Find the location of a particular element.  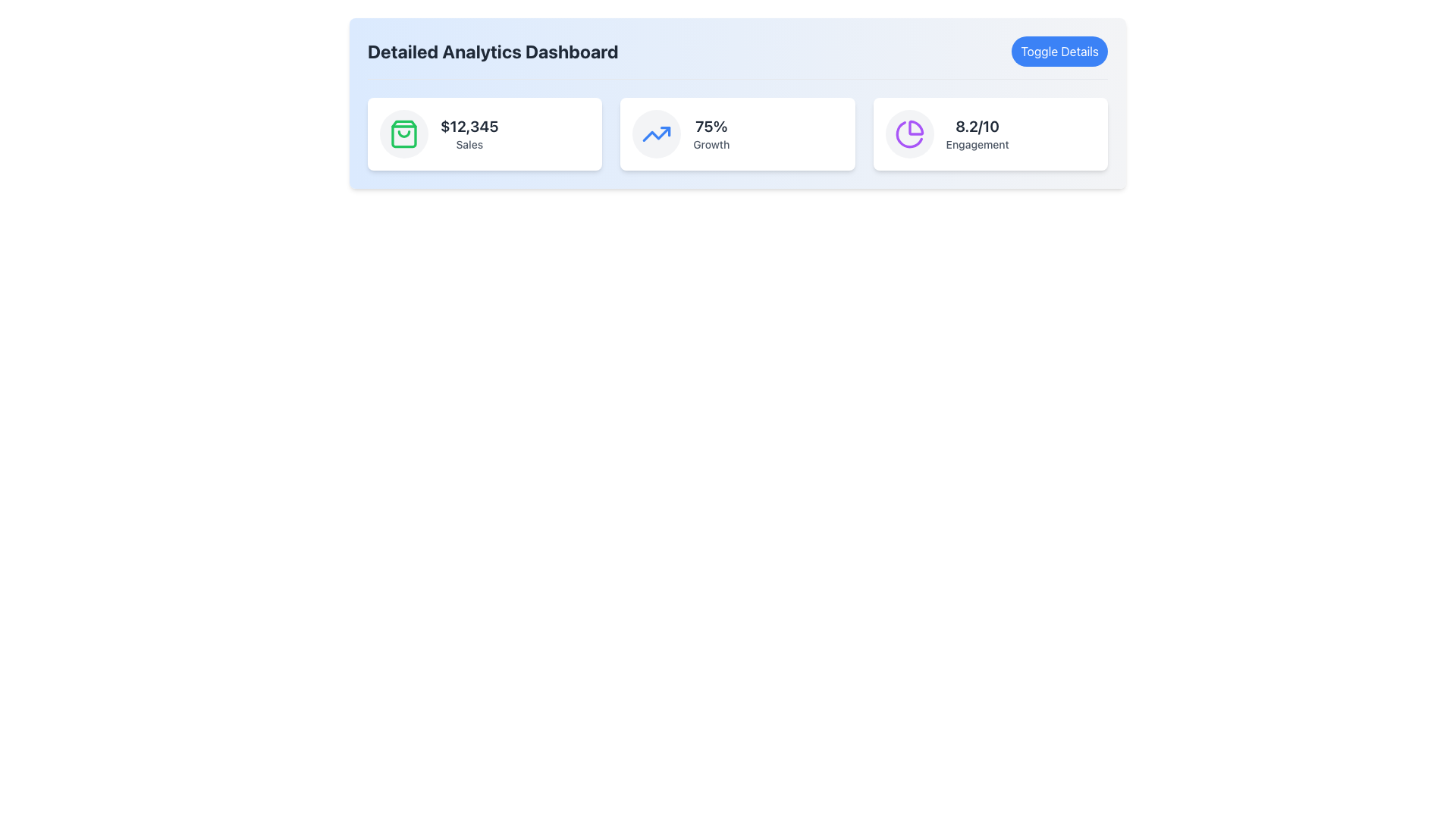

the engagement metric icon located at the top-left of the third card, which symbolizes the engagement metric with a pie chart representation is located at coordinates (909, 133).